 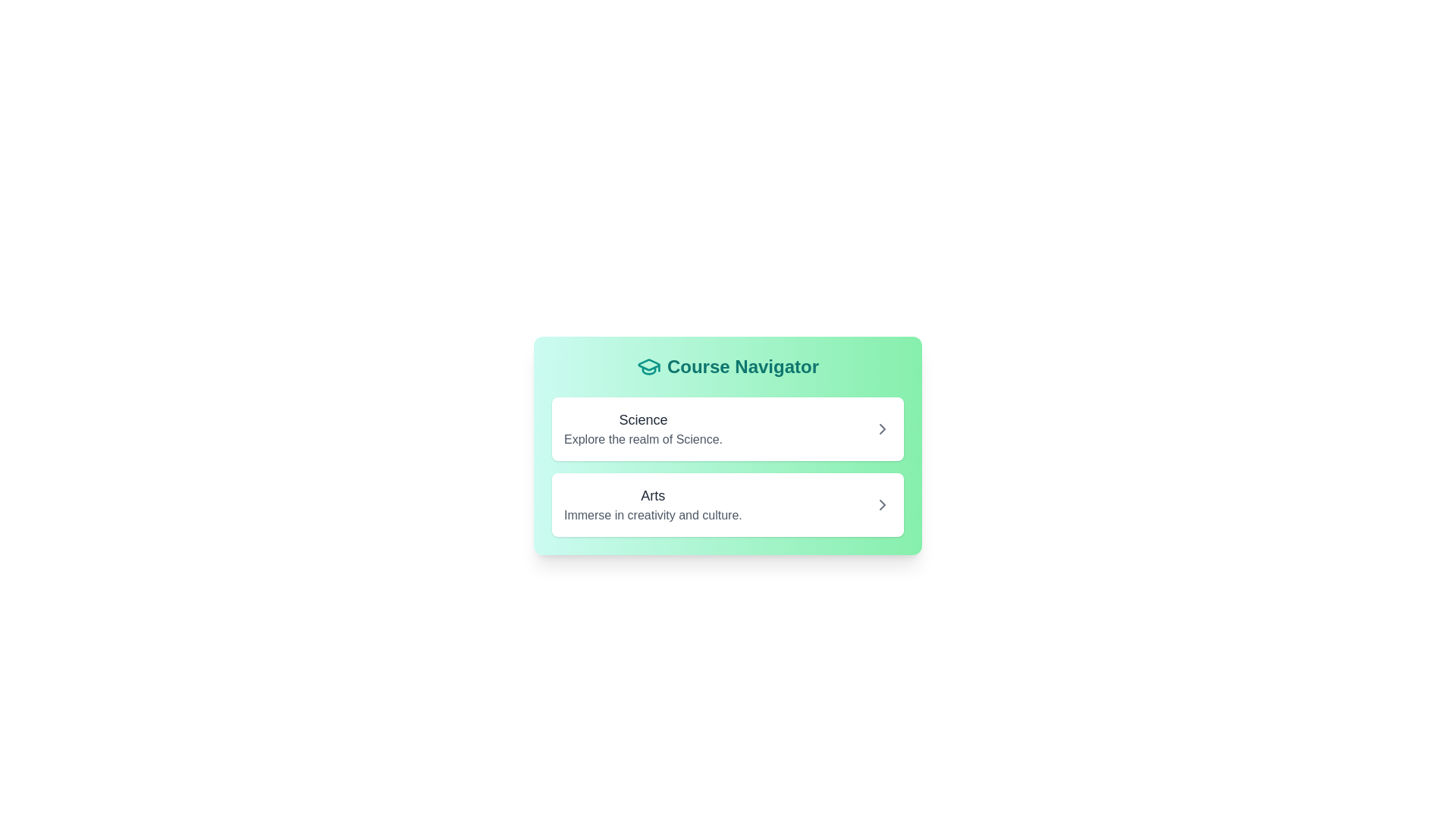 I want to click on the 'Science' text label displayed in bold, medium font size within the green card labeled 'Course Navigator', so click(x=643, y=420).